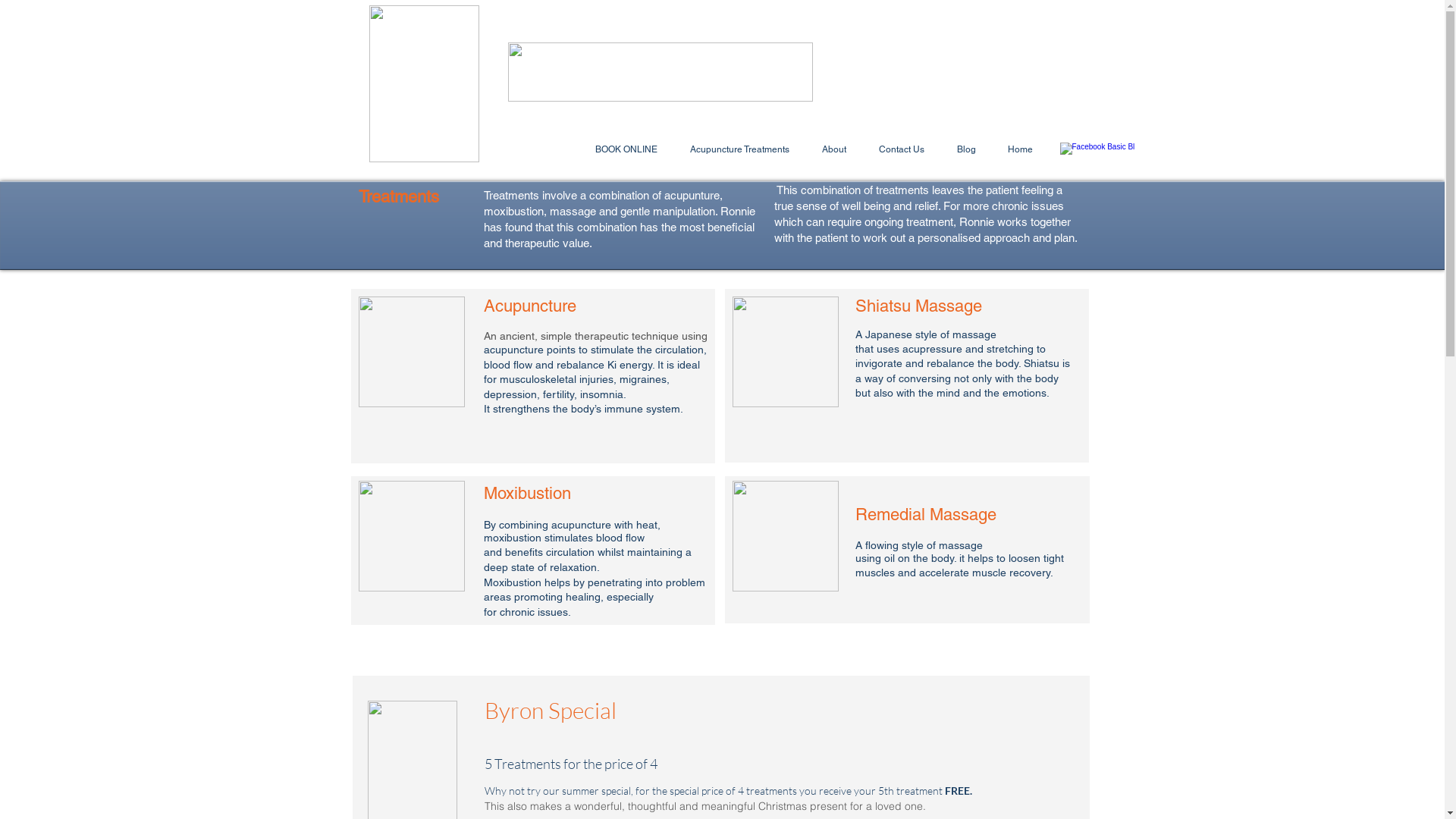 This screenshot has width=1456, height=819. What do you see at coordinates (965, 149) in the screenshot?
I see `'Blog'` at bounding box center [965, 149].